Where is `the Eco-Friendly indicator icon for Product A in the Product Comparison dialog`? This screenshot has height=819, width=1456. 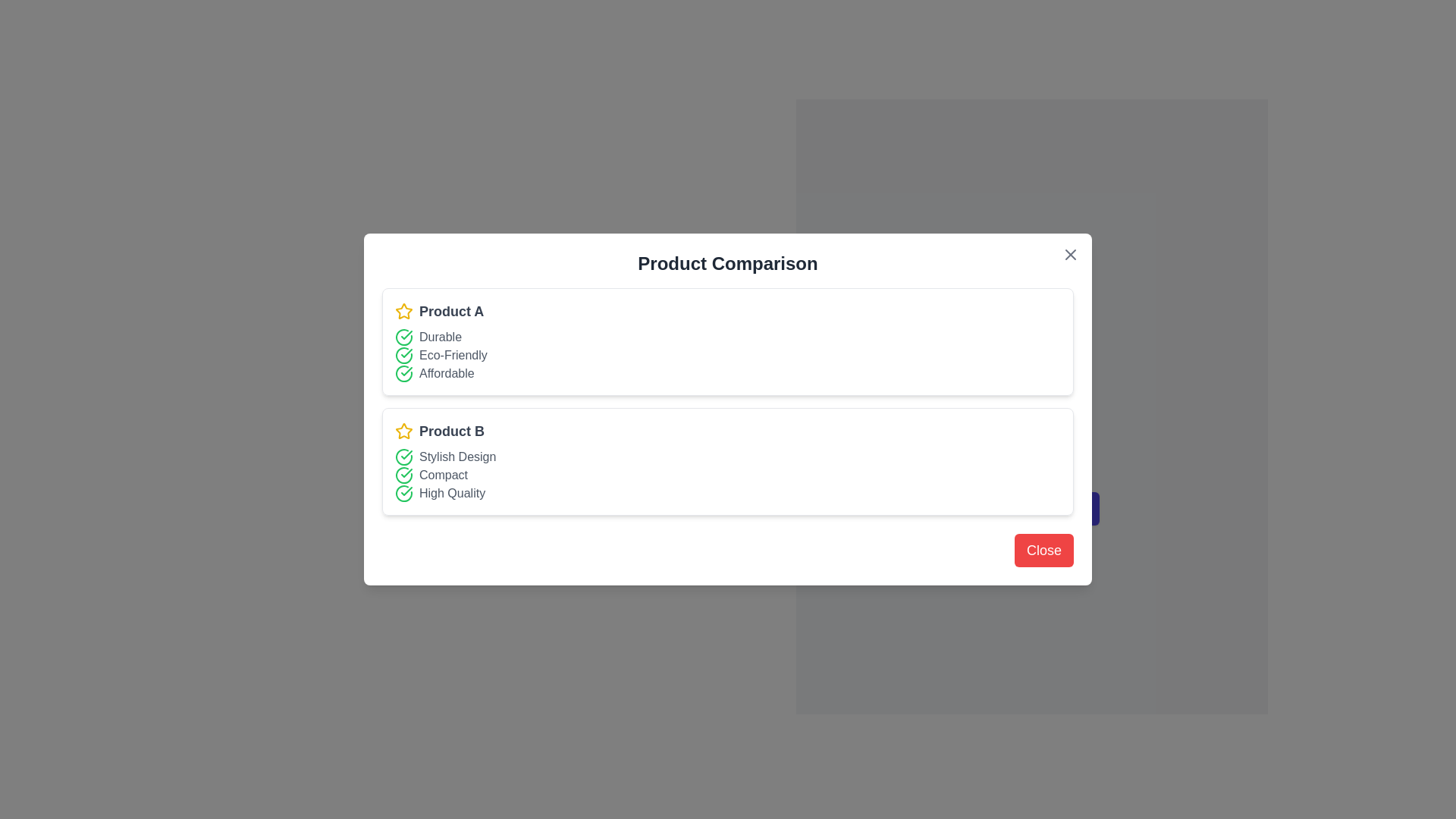 the Eco-Friendly indicator icon for Product A in the Product Comparison dialog is located at coordinates (403, 356).